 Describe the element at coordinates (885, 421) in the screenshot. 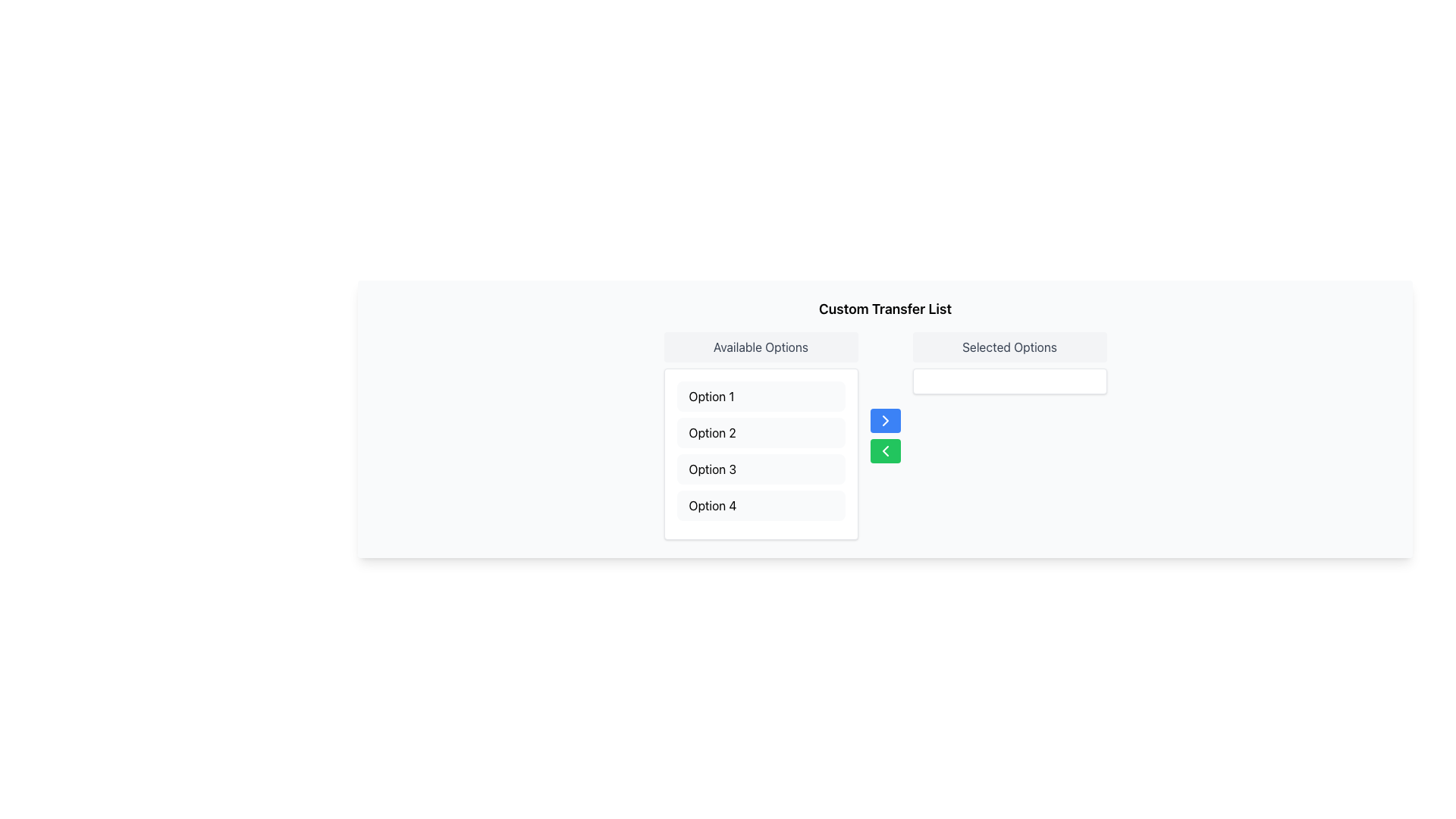

I see `the rightward-facing chevron icon with a blue background and white outline stroke, located within a small button between the 'Available Options' and 'Selected Options' sections` at that location.